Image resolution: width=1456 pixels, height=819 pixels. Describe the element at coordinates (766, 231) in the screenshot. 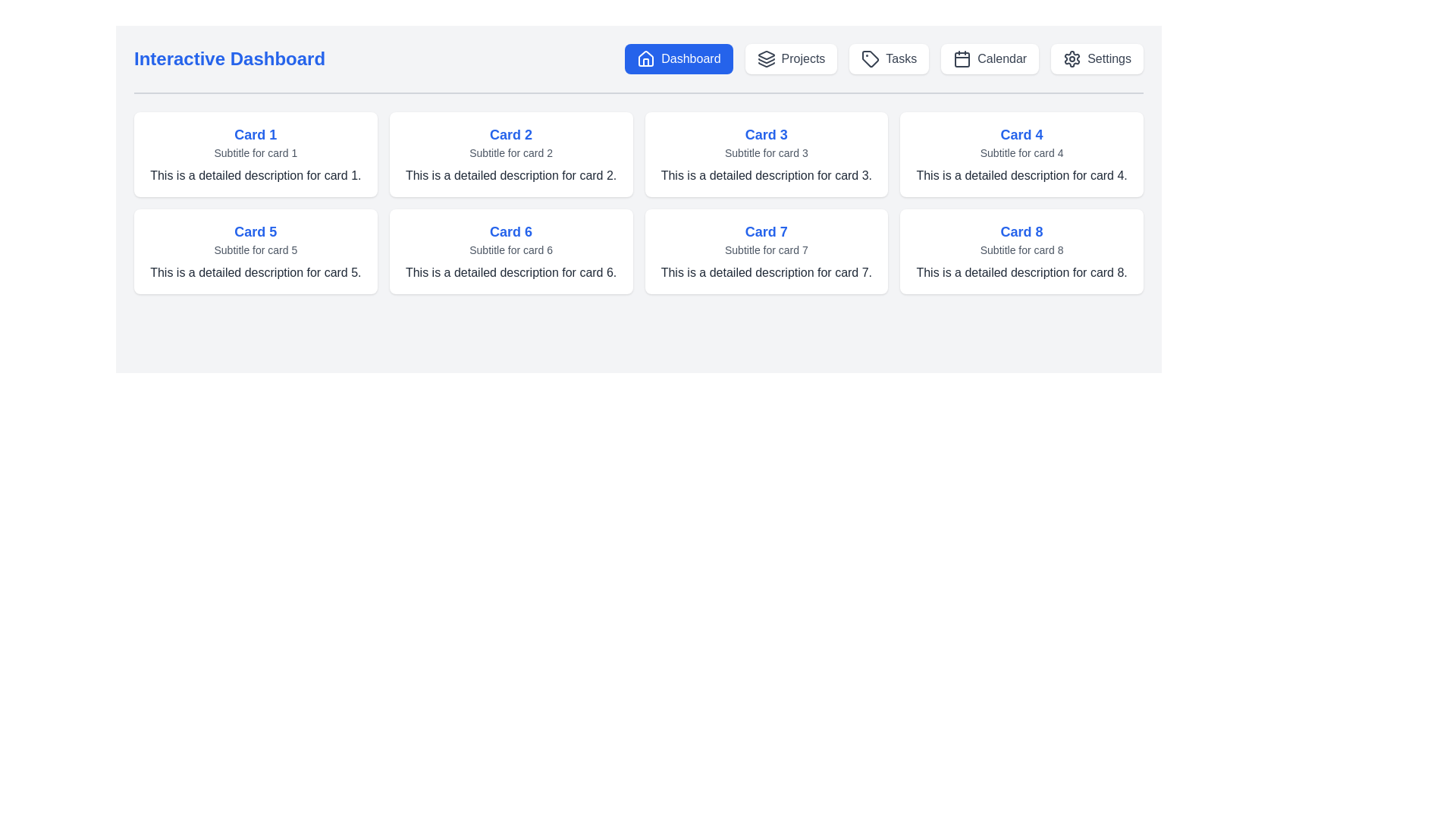

I see `the main title text of 'Card 7', which is positioned at the top of the card in the second row, third column of the grid layout` at that location.